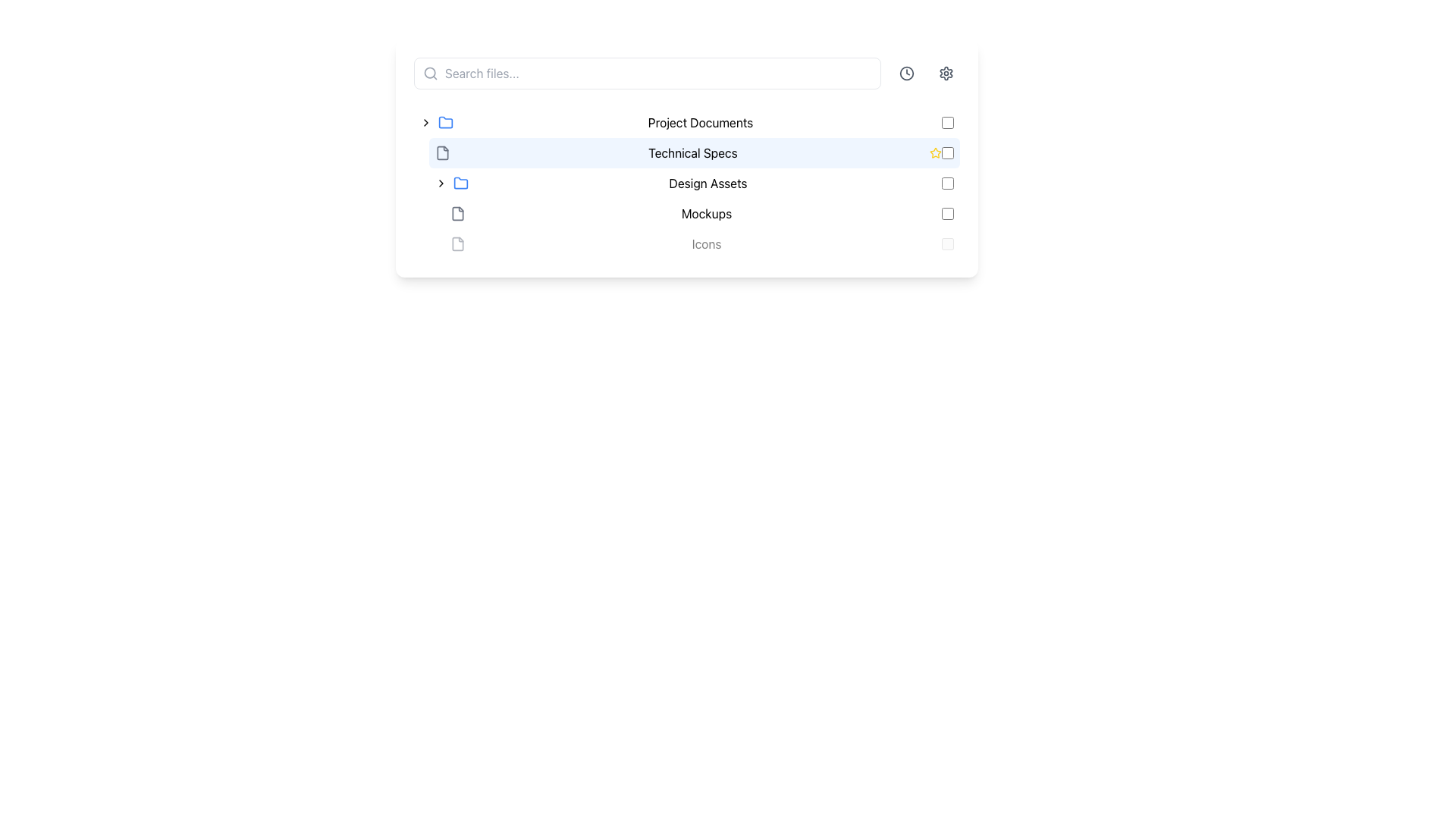 The width and height of the screenshot is (1456, 819). I want to click on over the 'Technical Specs' checkbox, so click(946, 152).